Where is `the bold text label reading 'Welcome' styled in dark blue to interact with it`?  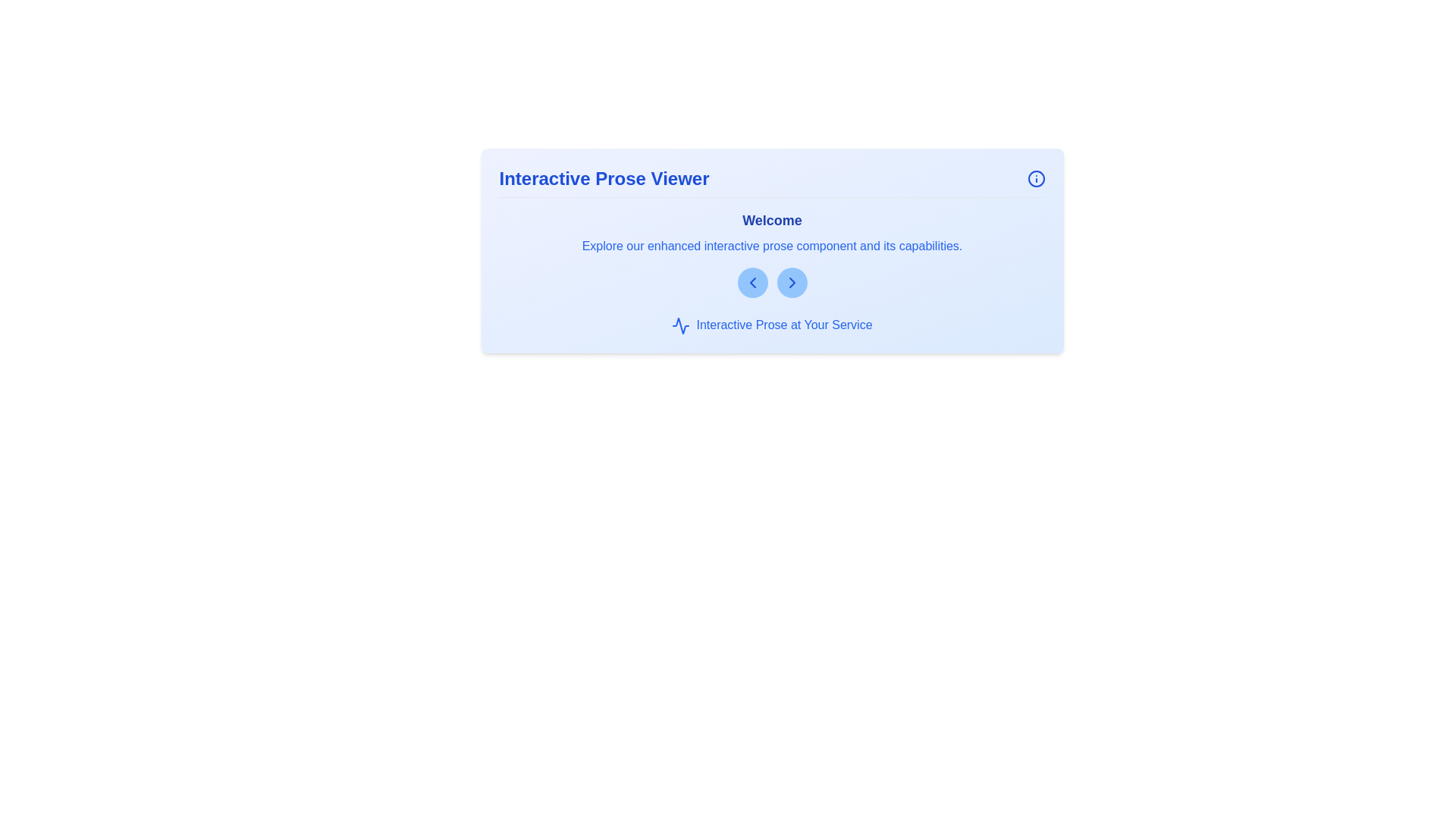 the bold text label reading 'Welcome' styled in dark blue to interact with it is located at coordinates (772, 220).